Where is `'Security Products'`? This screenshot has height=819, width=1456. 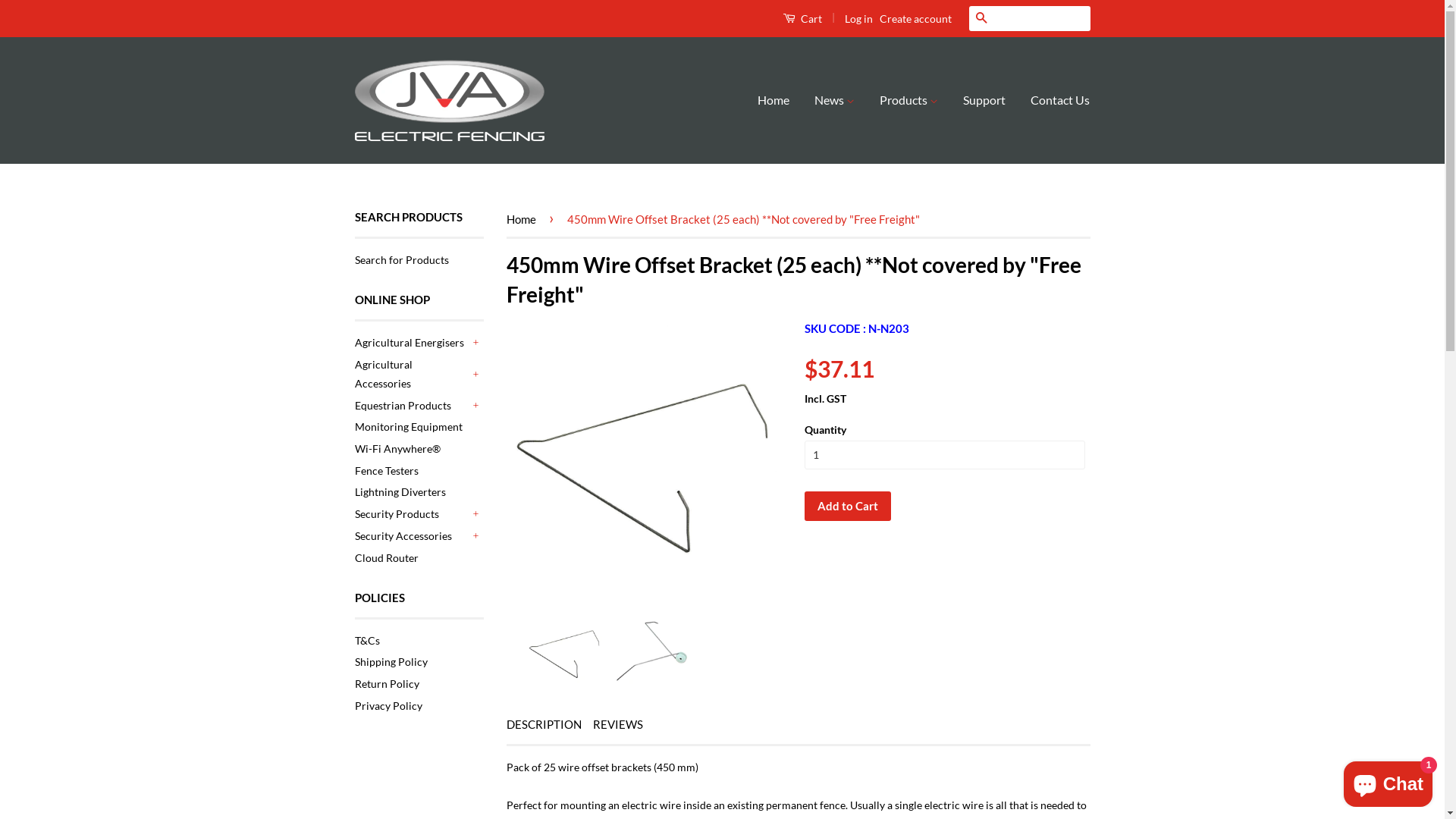
'Security Products' is located at coordinates (411, 513).